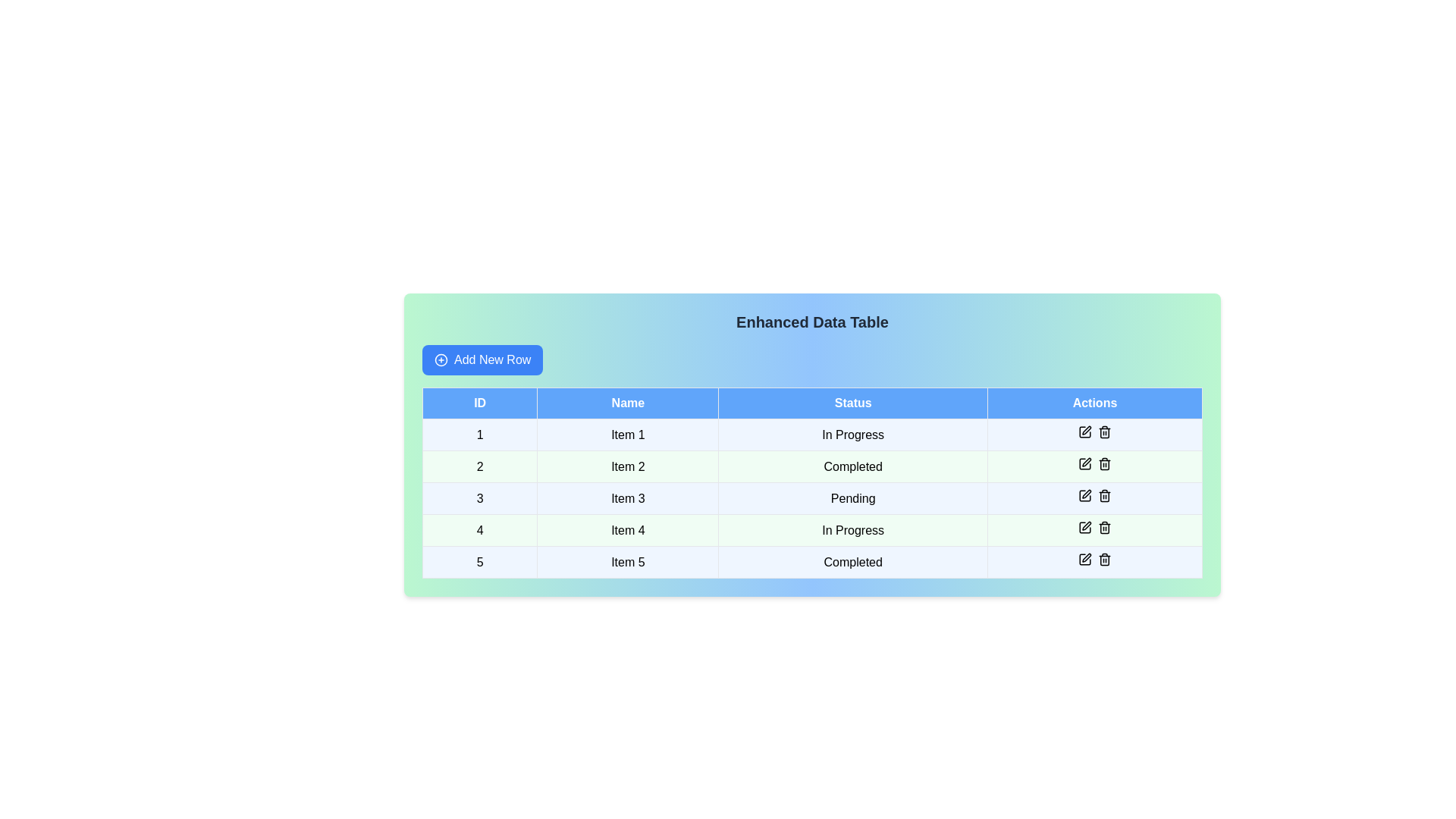 This screenshot has width=1456, height=819. I want to click on the Delete icon button, which is a vertical rectangle symbolizing a trash bin, located in the 'Actions' column of the fourth row of the table, so click(1104, 528).